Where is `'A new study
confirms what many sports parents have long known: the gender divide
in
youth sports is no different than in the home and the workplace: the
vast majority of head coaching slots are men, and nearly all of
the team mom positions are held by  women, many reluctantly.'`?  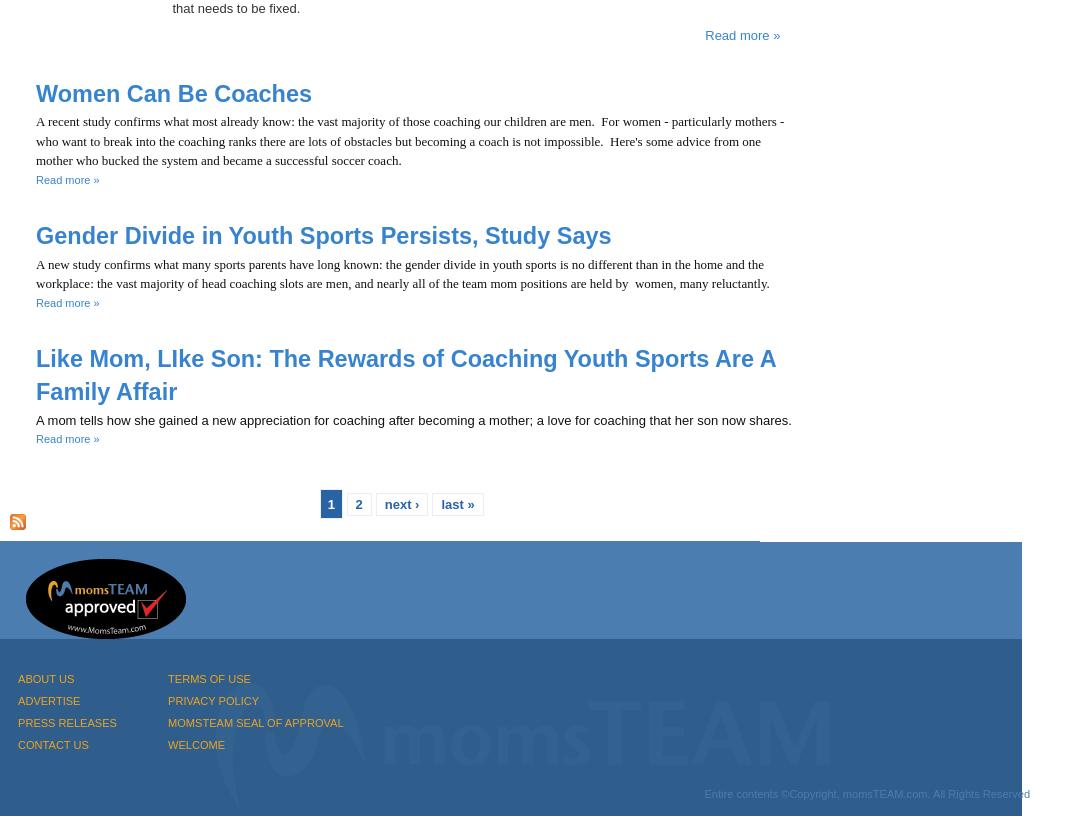 'A new study
confirms what many sports parents have long known: the gender divide
in
youth sports is no different than in the home and the workplace: the
vast majority of head coaching slots are men, and nearly all of
the team mom positions are held by  women, many reluctantly.' is located at coordinates (401, 272).